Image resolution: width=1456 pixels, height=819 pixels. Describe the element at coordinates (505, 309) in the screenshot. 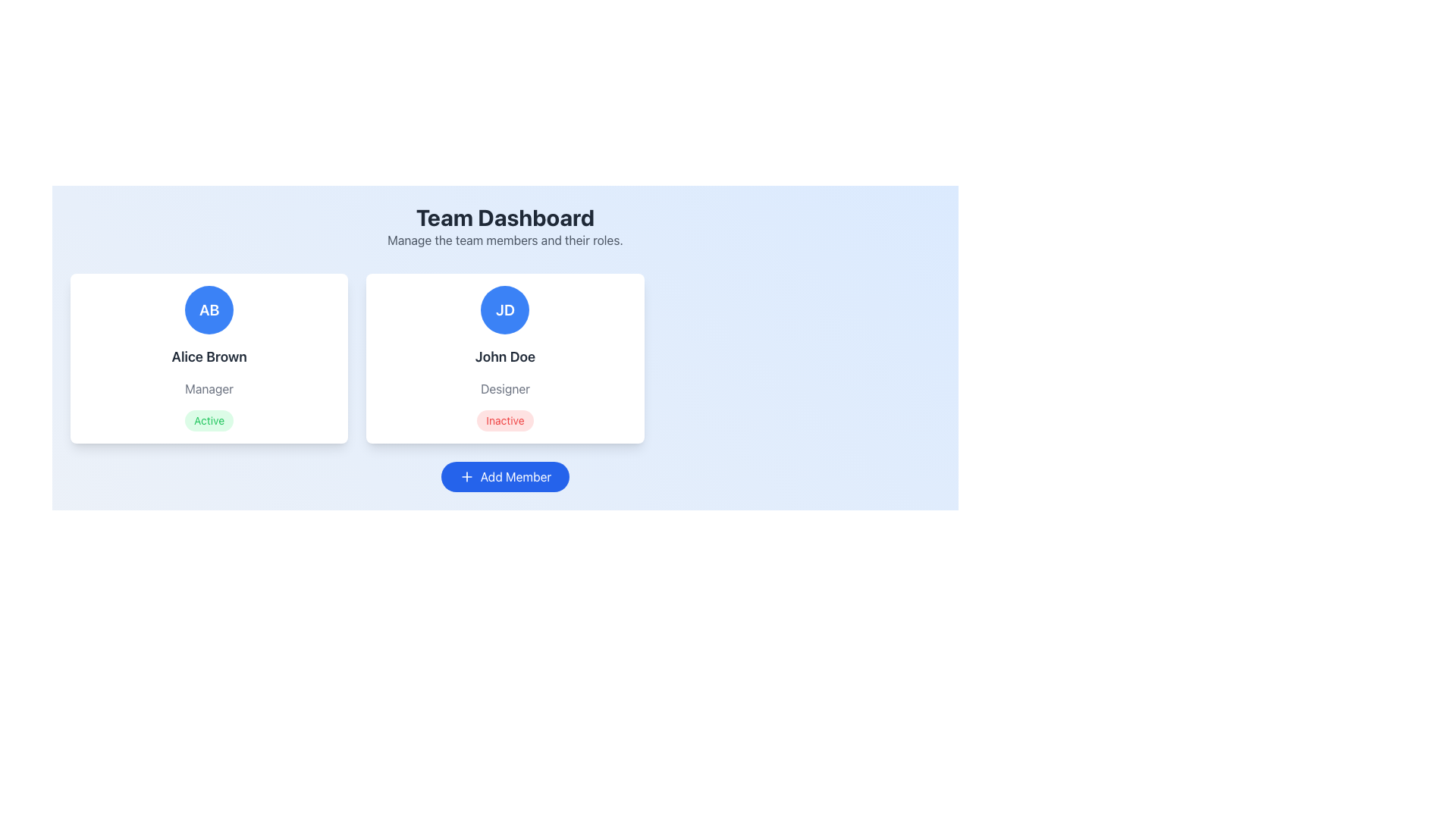

I see `the visual avatar or badge with blue background and initials 'JD' located at the upper center of the card representing 'John Doe'` at that location.